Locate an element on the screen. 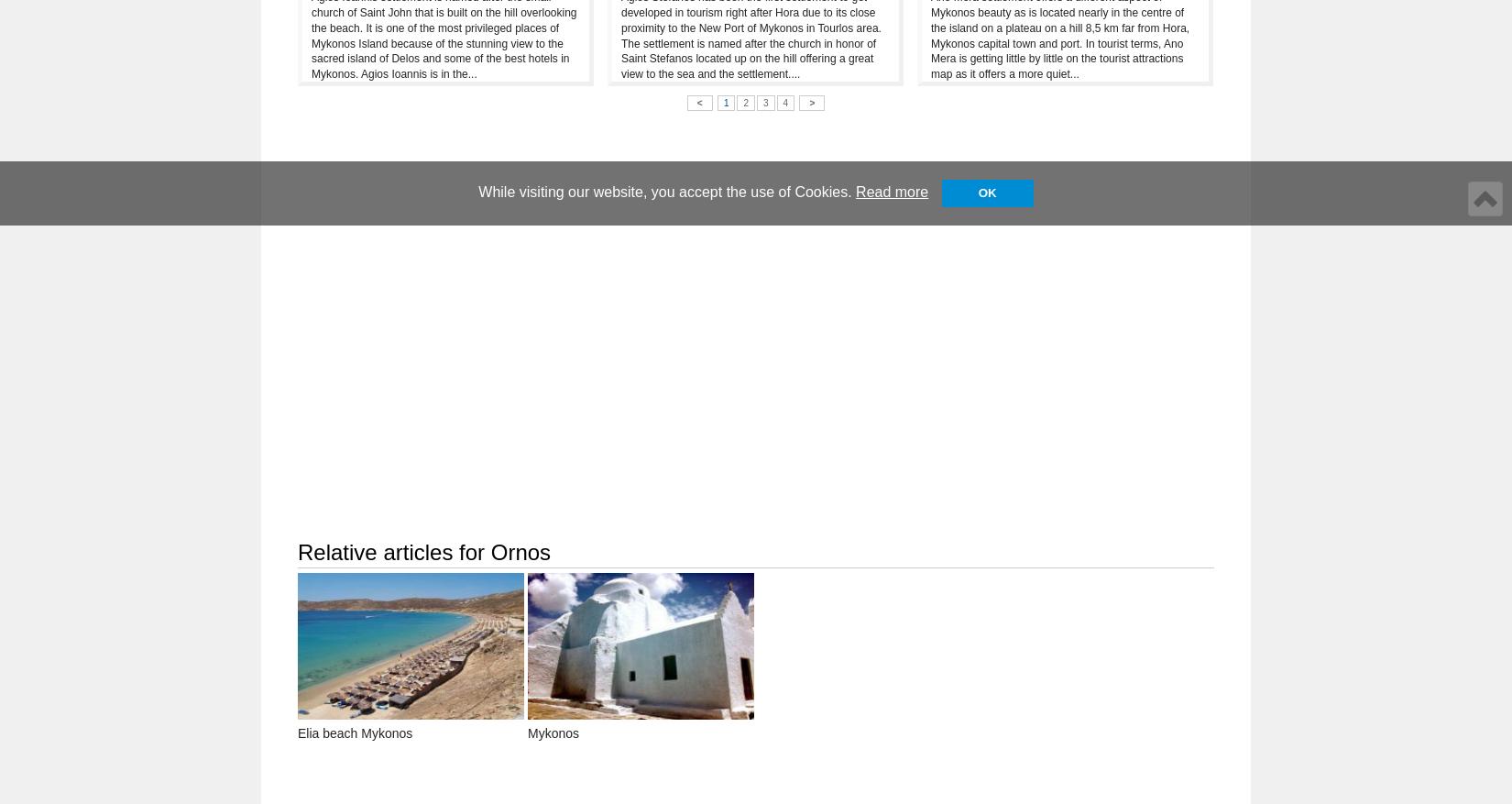  '3' is located at coordinates (762, 102).